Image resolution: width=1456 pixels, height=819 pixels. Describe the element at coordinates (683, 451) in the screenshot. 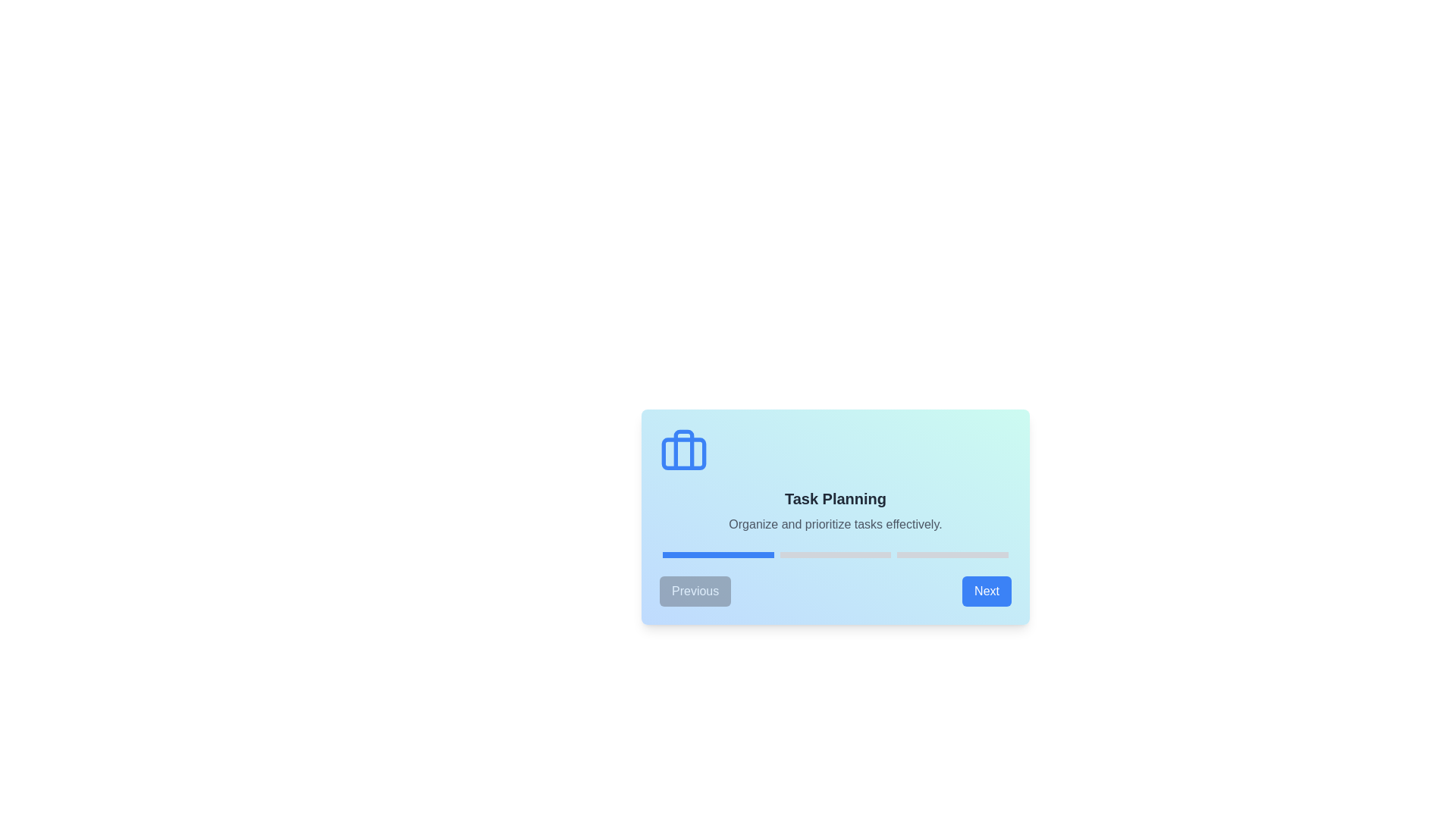

I see `the icon to focus on it` at that location.